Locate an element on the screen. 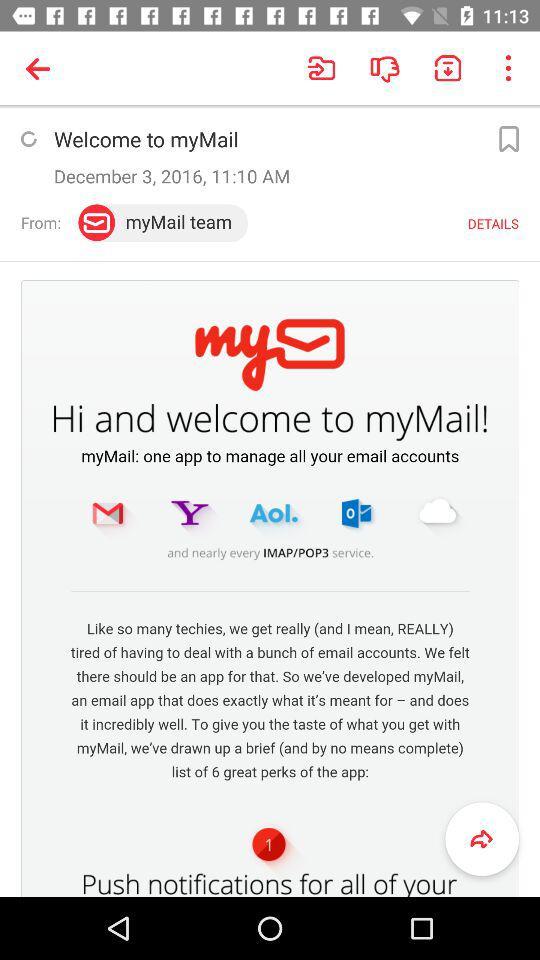  the bookmark icon is located at coordinates (508, 138).